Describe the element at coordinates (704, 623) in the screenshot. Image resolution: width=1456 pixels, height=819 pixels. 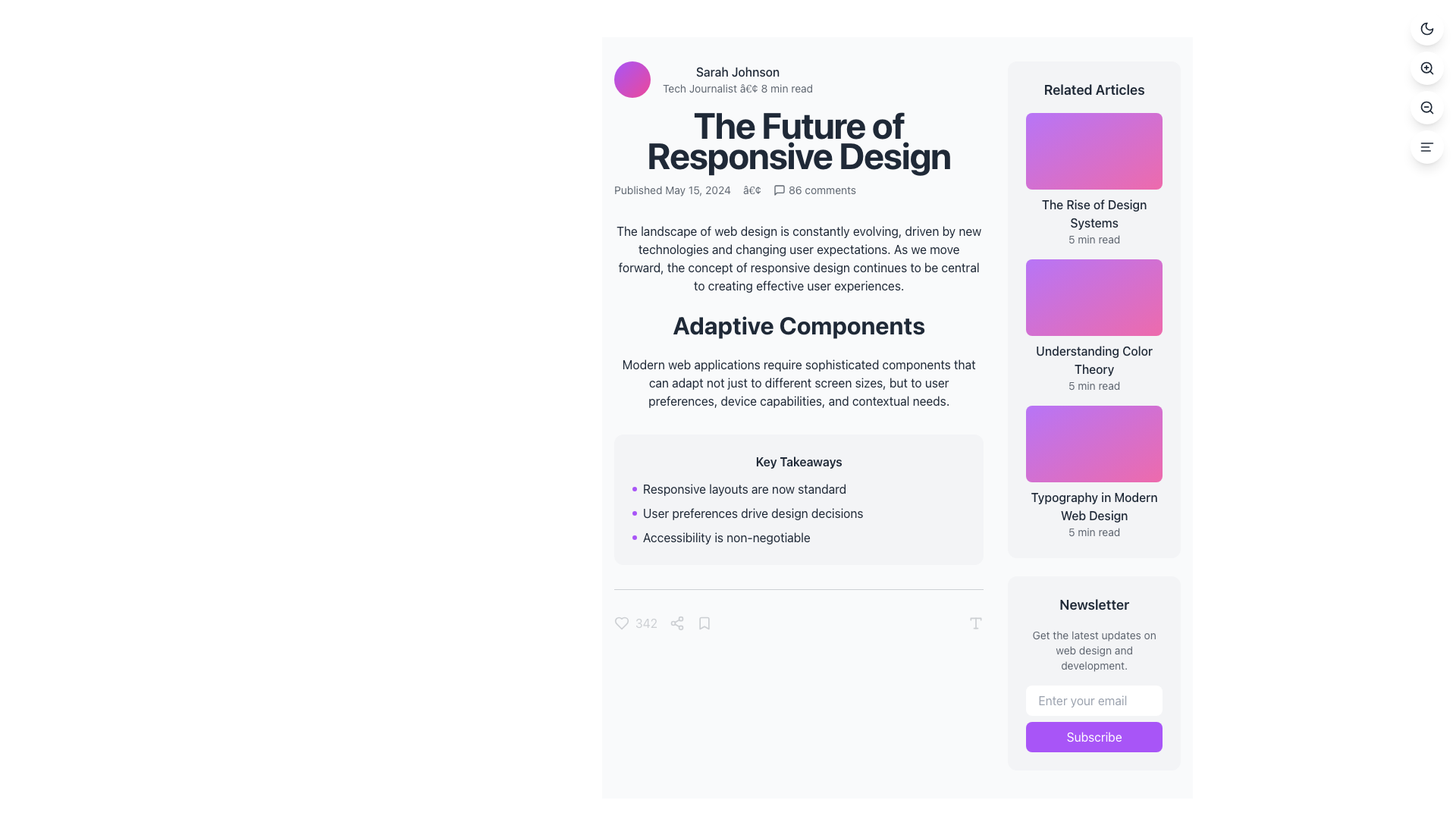
I see `the bookmark icon, which is the third icon` at that location.